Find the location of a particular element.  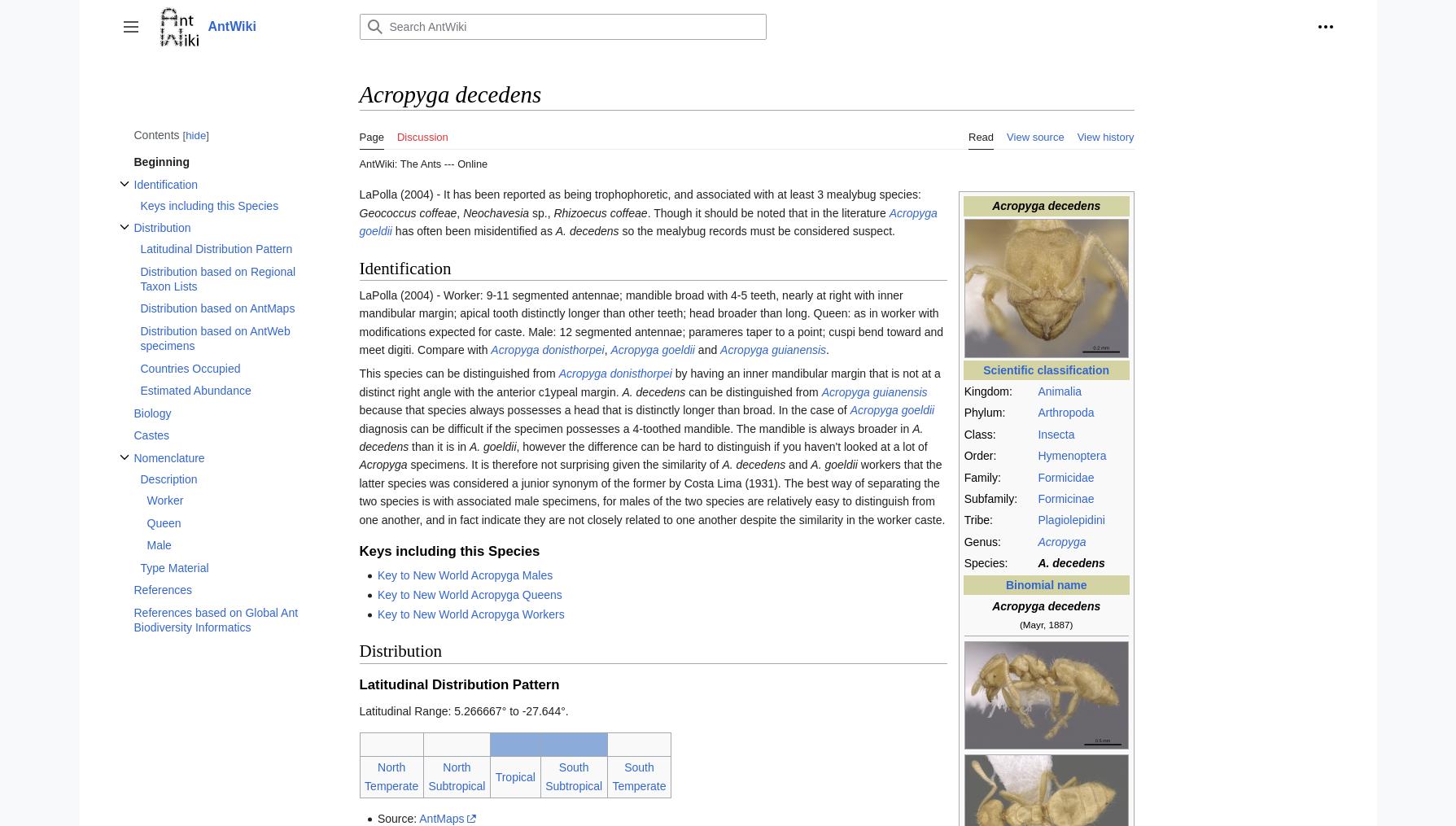

'specimens. It is therefore not surprising given the similarity of' is located at coordinates (564, 465).